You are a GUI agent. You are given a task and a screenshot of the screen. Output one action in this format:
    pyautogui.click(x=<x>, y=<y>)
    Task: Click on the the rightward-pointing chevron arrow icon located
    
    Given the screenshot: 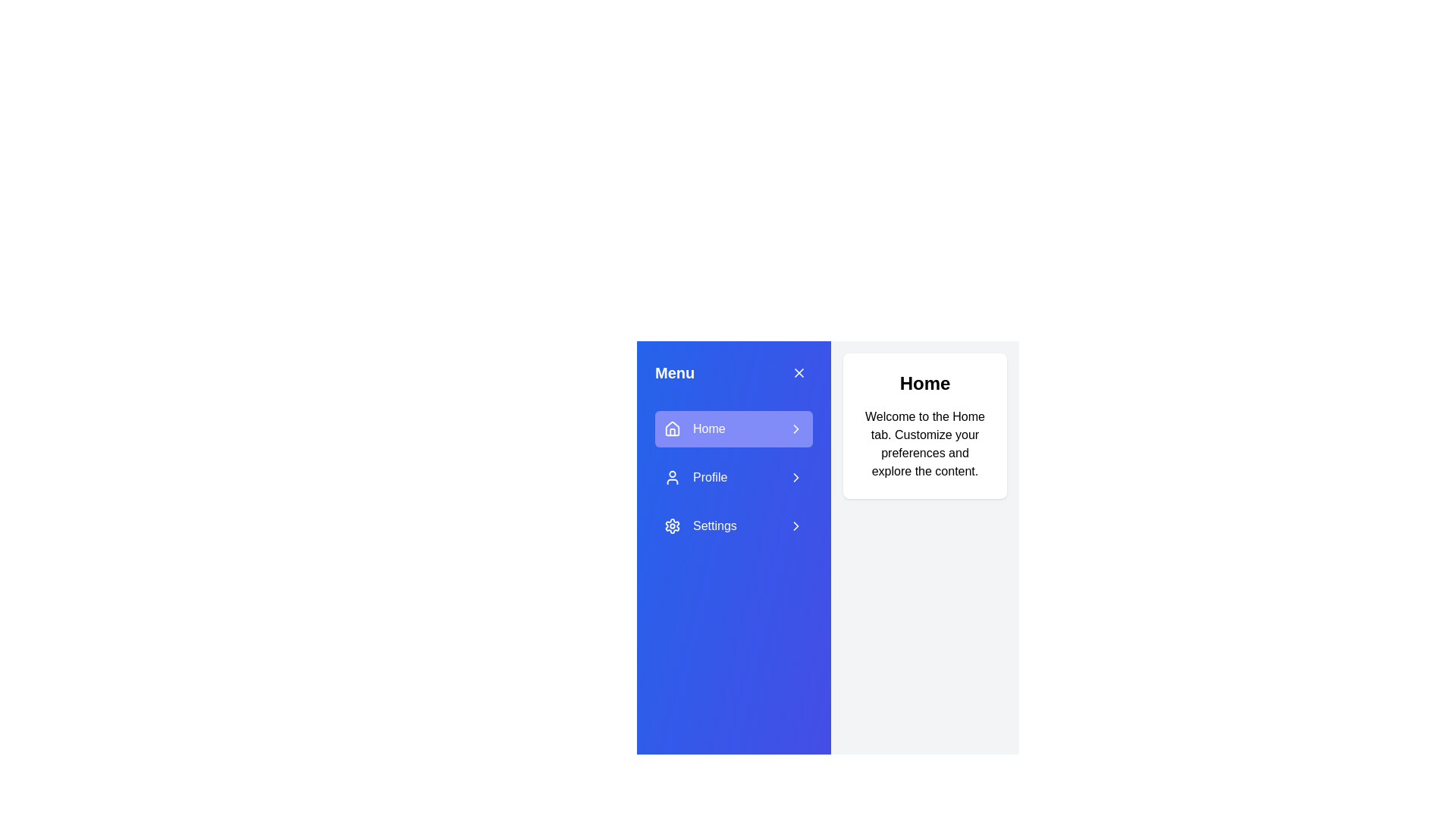 What is the action you would take?
    pyautogui.click(x=795, y=429)
    